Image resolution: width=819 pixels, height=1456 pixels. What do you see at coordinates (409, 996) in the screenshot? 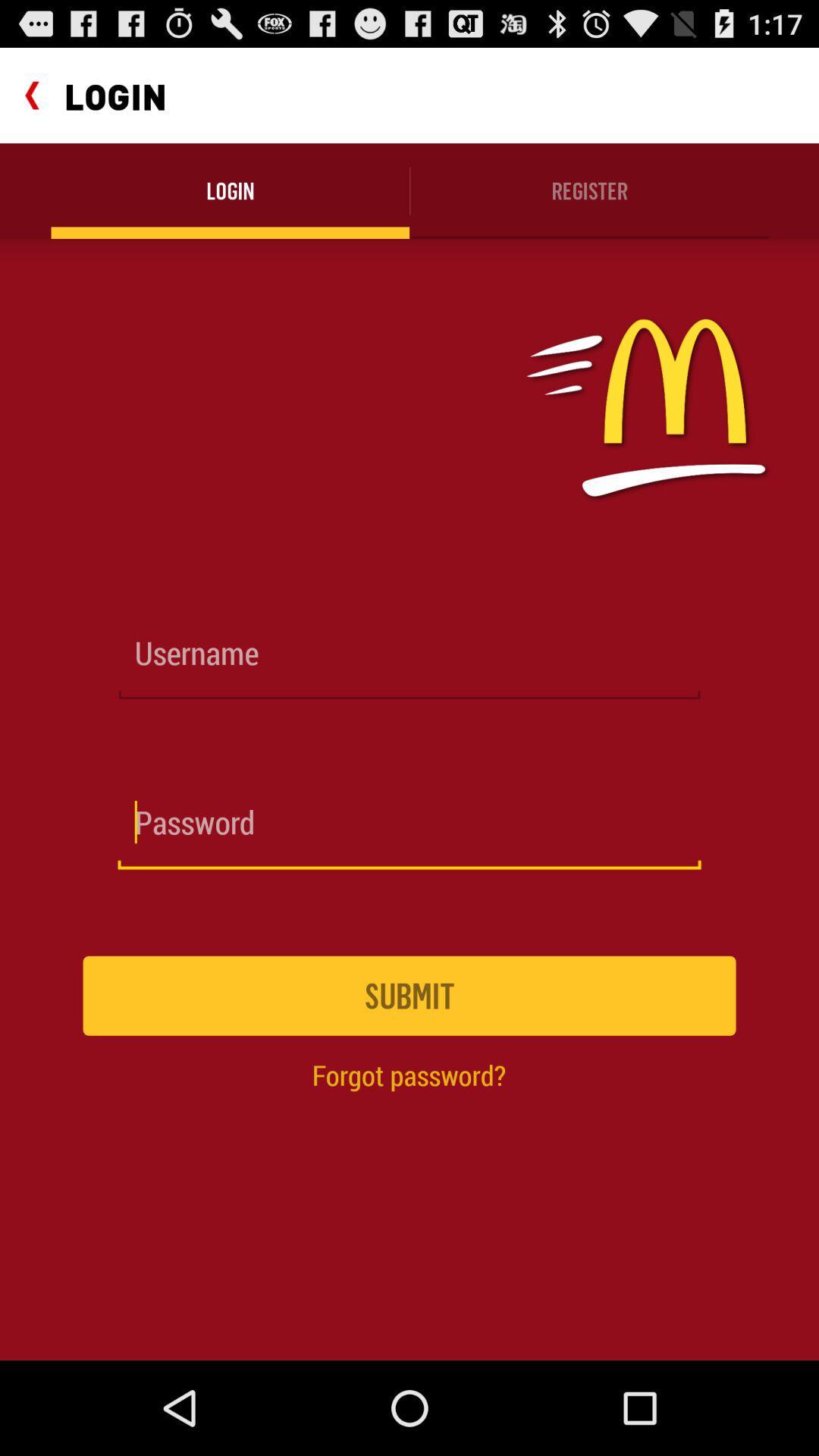
I see `item above forgot password?` at bounding box center [409, 996].